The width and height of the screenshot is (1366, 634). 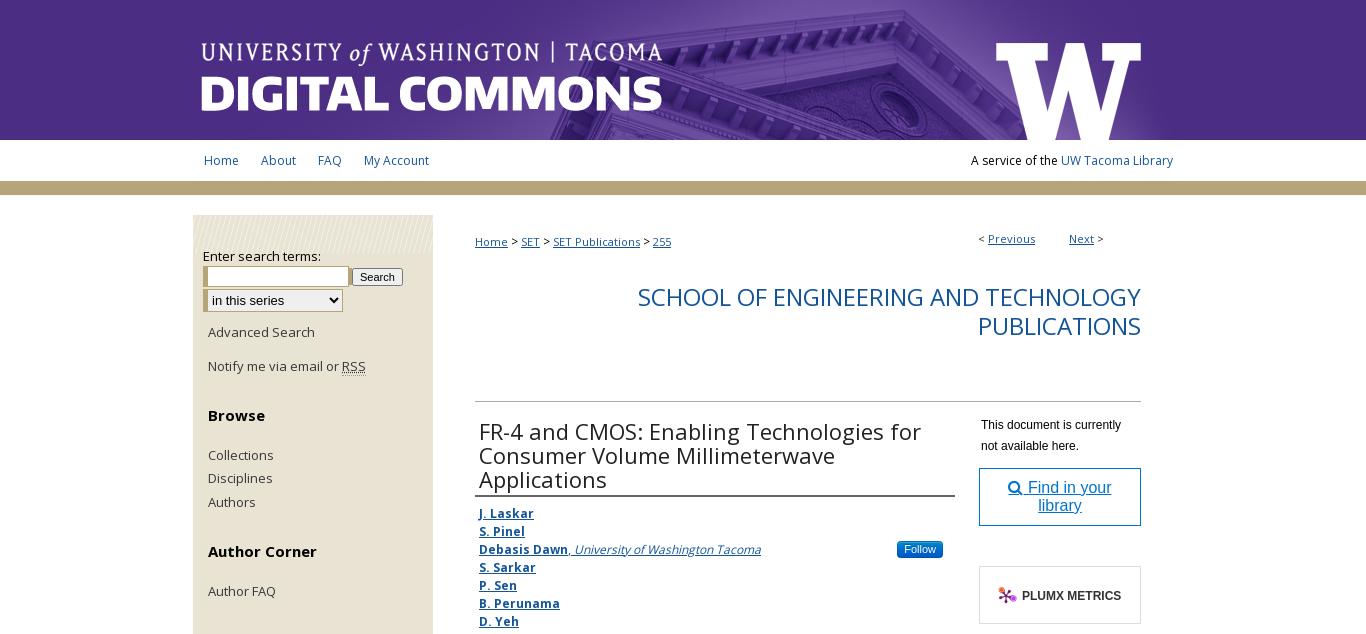 What do you see at coordinates (491, 240) in the screenshot?
I see `'Home'` at bounding box center [491, 240].